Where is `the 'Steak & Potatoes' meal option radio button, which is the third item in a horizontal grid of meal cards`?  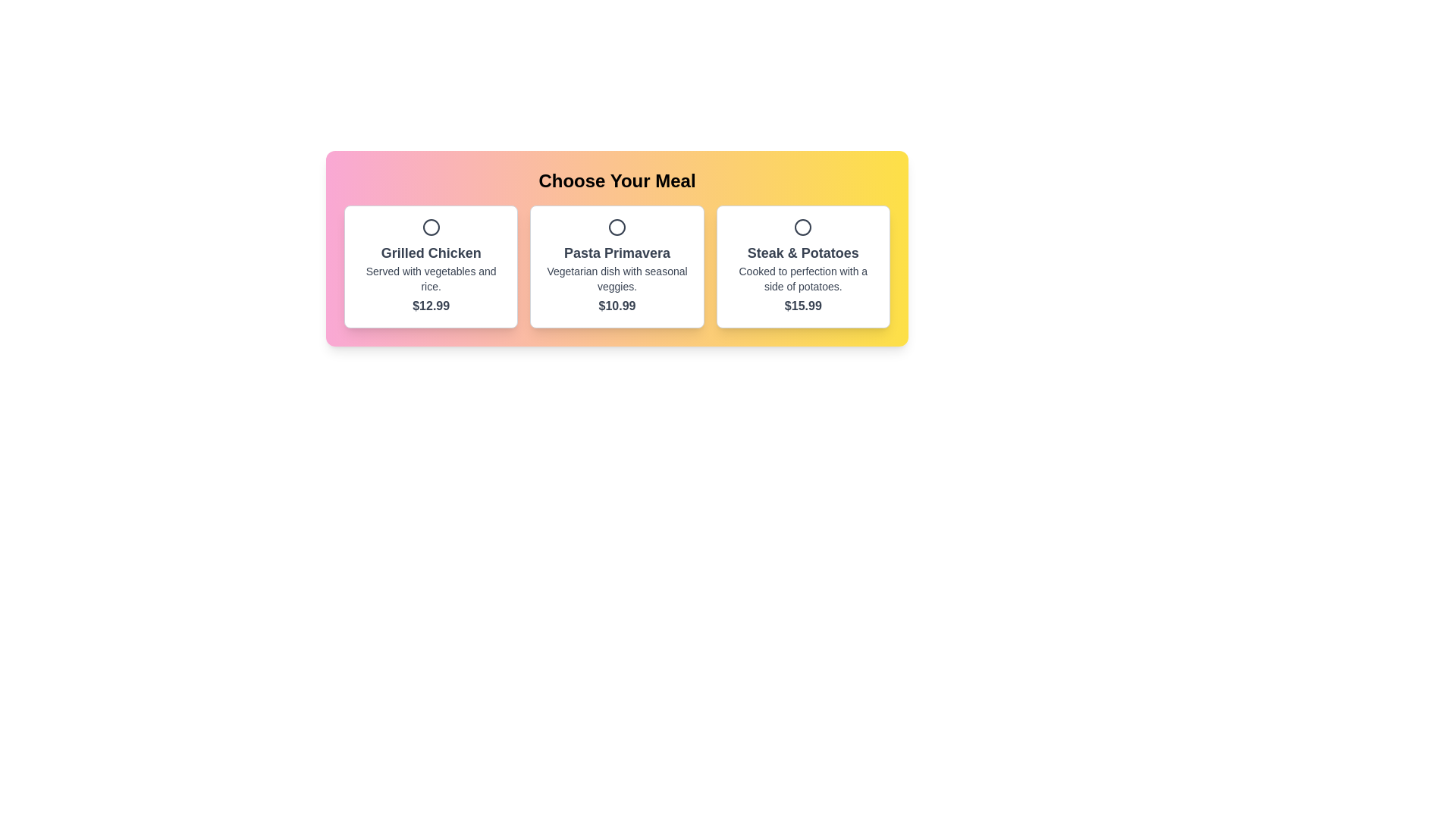 the 'Steak & Potatoes' meal option radio button, which is the third item in a horizontal grid of meal cards is located at coordinates (802, 265).